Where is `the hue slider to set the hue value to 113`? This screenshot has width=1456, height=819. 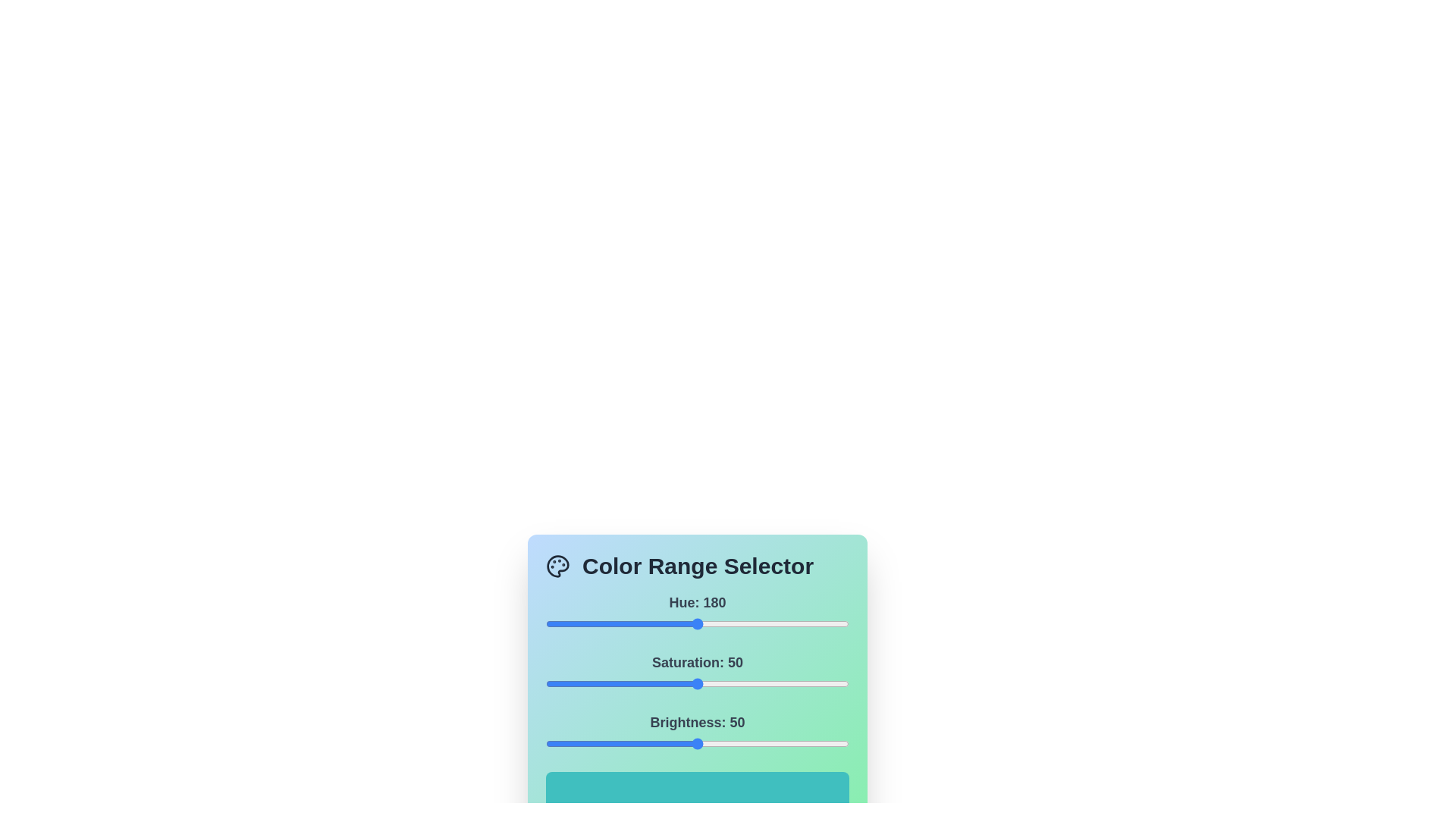
the hue slider to set the hue value to 113 is located at coordinates (641, 623).